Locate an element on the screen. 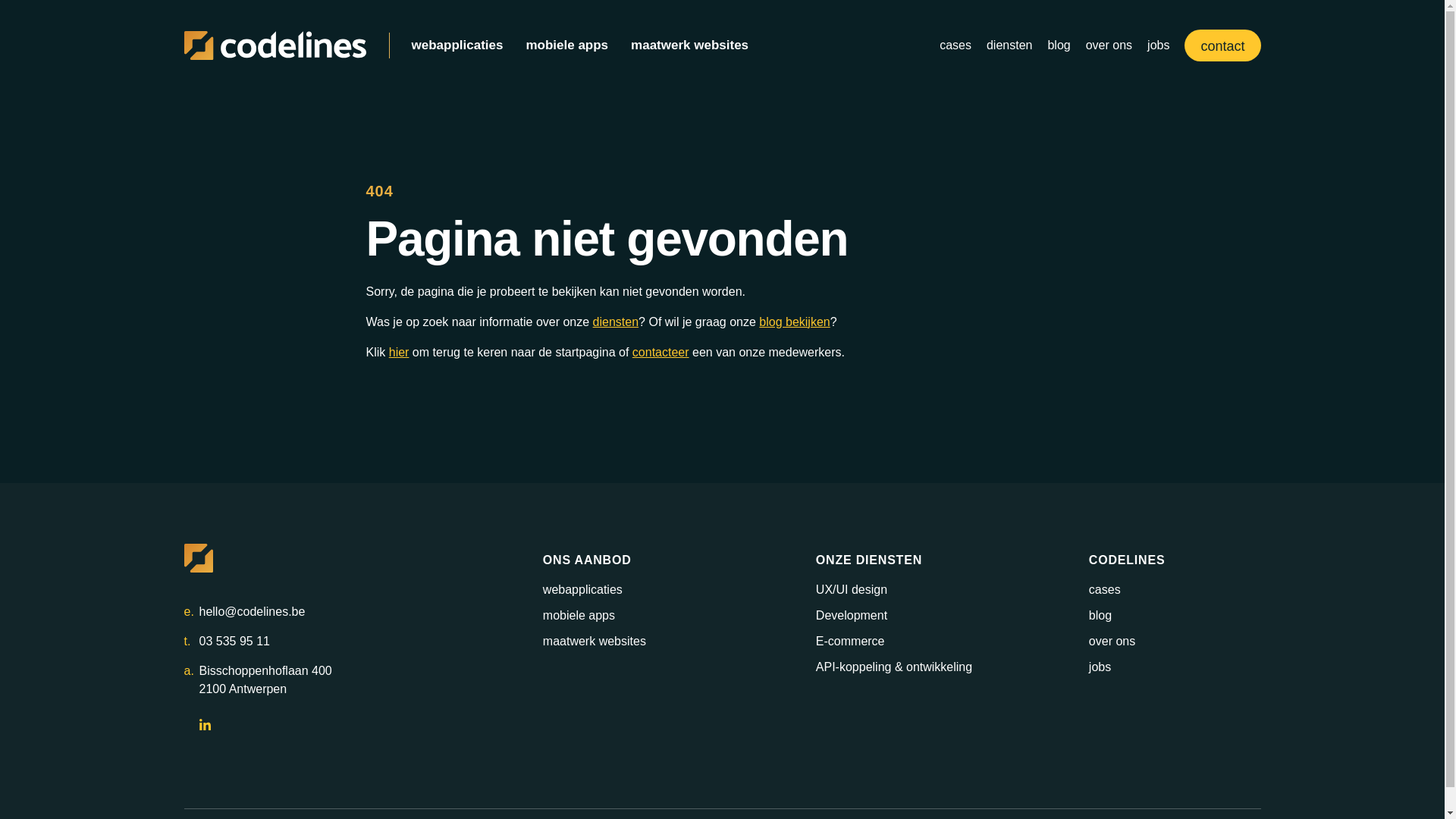  'cases' is located at coordinates (954, 45).